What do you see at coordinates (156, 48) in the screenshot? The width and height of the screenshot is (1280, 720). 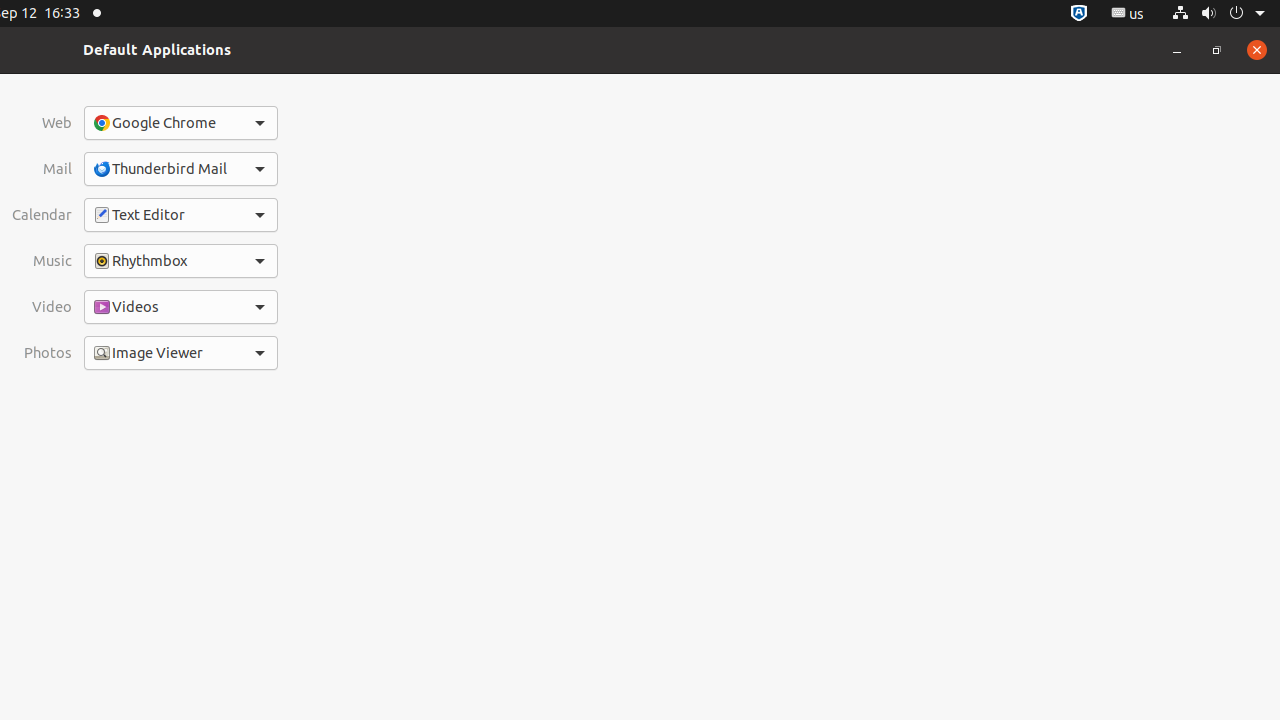 I see `'Default Applications'` at bounding box center [156, 48].